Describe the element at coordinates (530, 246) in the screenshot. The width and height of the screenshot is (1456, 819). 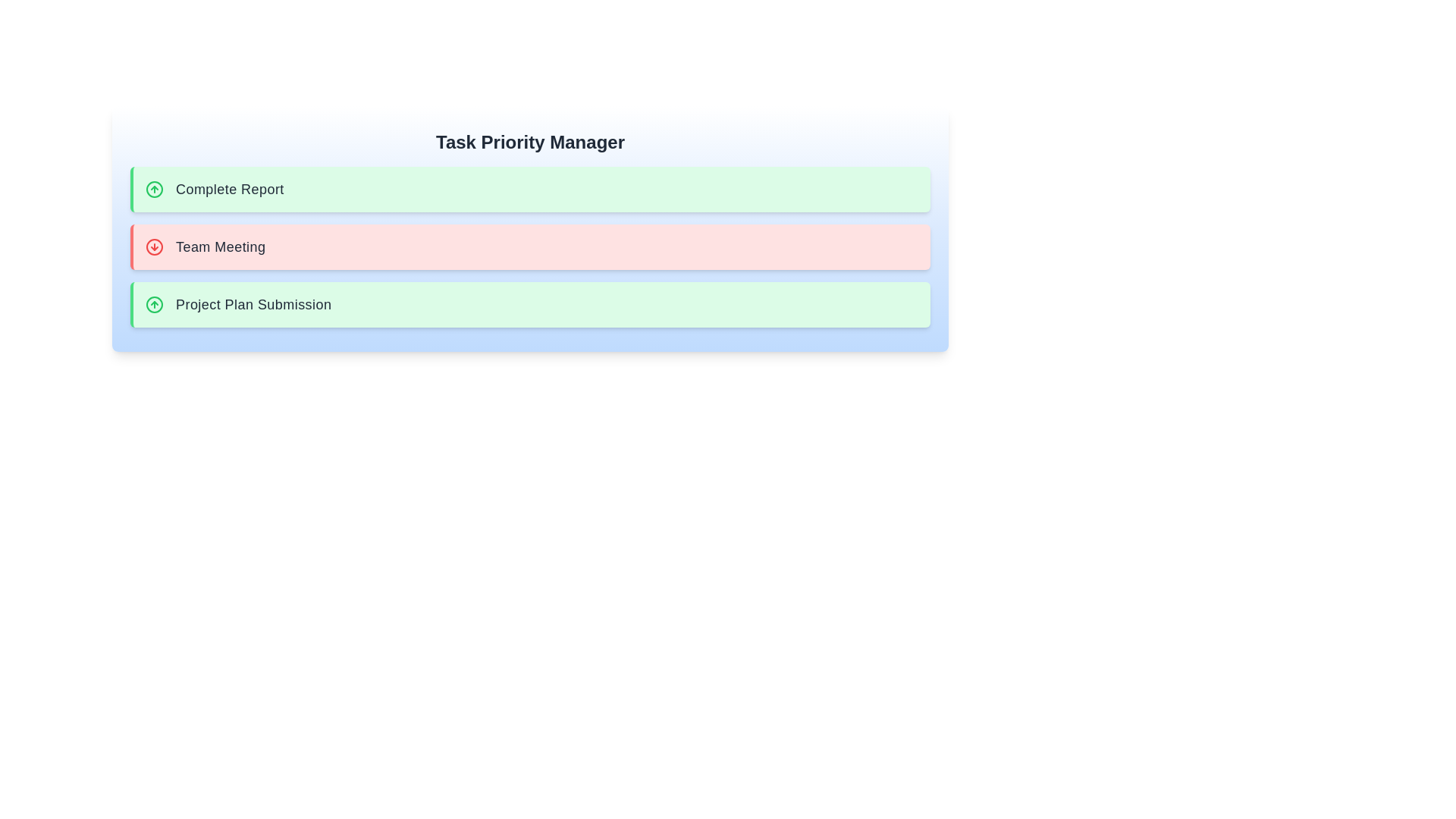
I see `the task item Team Meeting to see its hover effects` at that location.